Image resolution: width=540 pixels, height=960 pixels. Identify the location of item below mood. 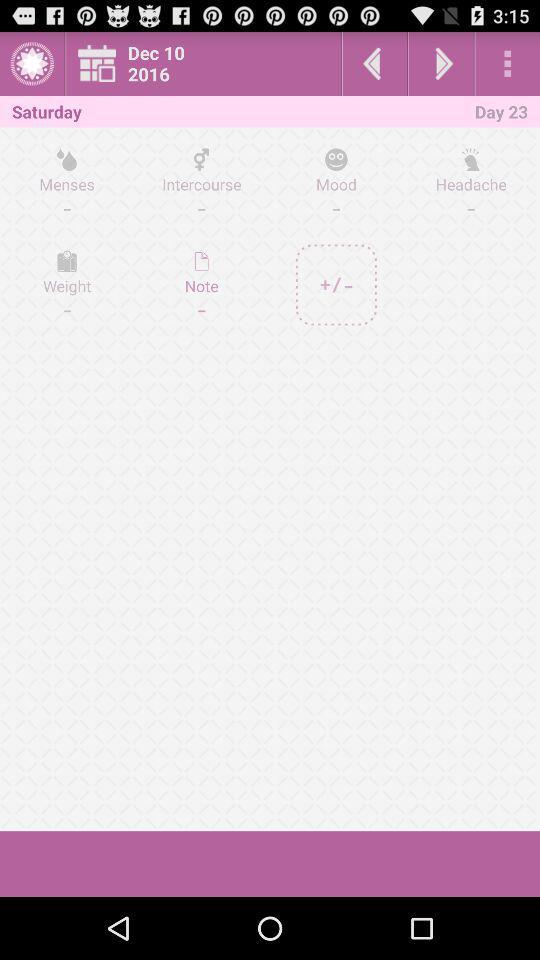
(336, 284).